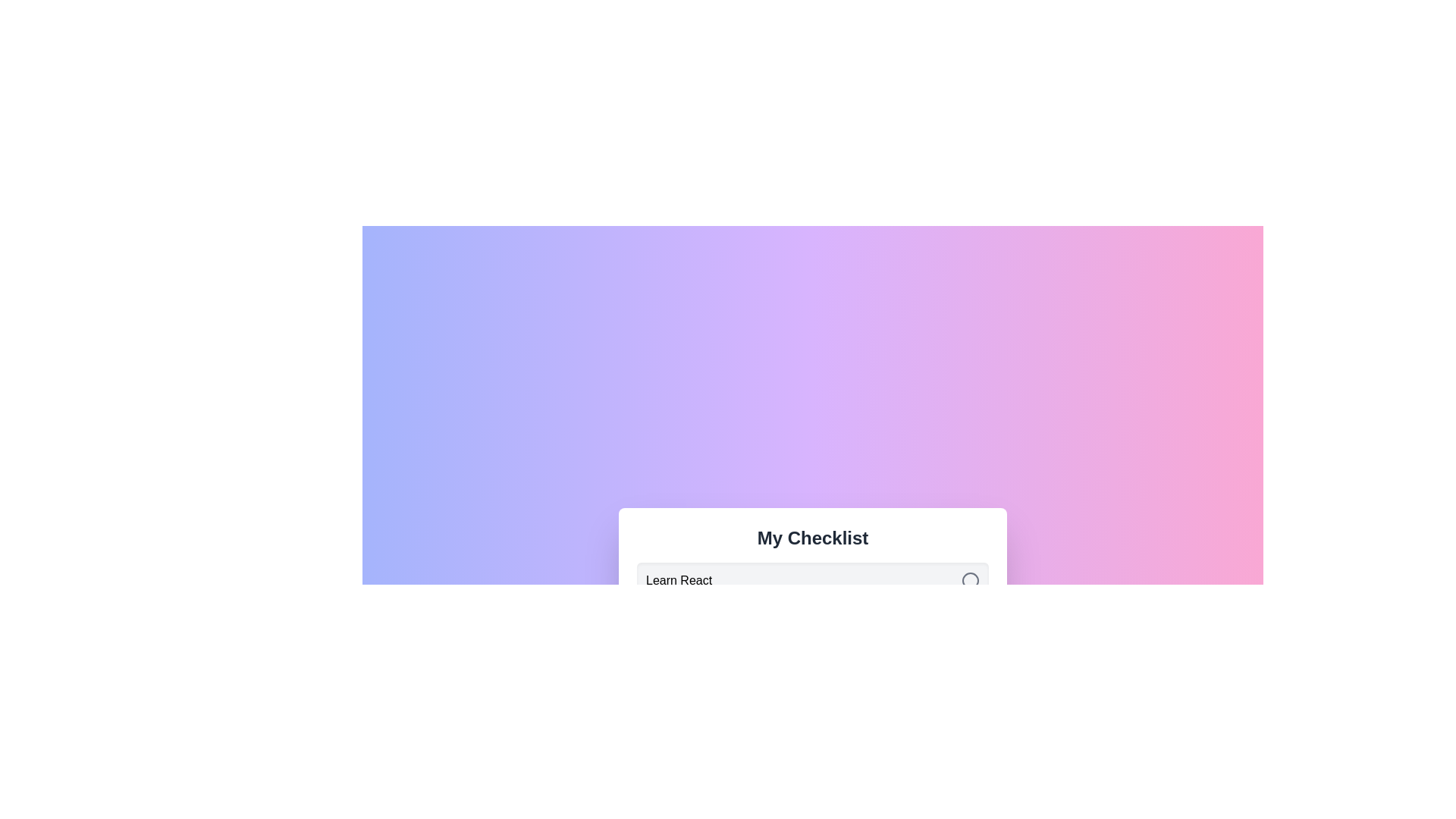 This screenshot has height=819, width=1456. Describe the element at coordinates (75, 76) in the screenshot. I see `the background outside the checklist` at that location.